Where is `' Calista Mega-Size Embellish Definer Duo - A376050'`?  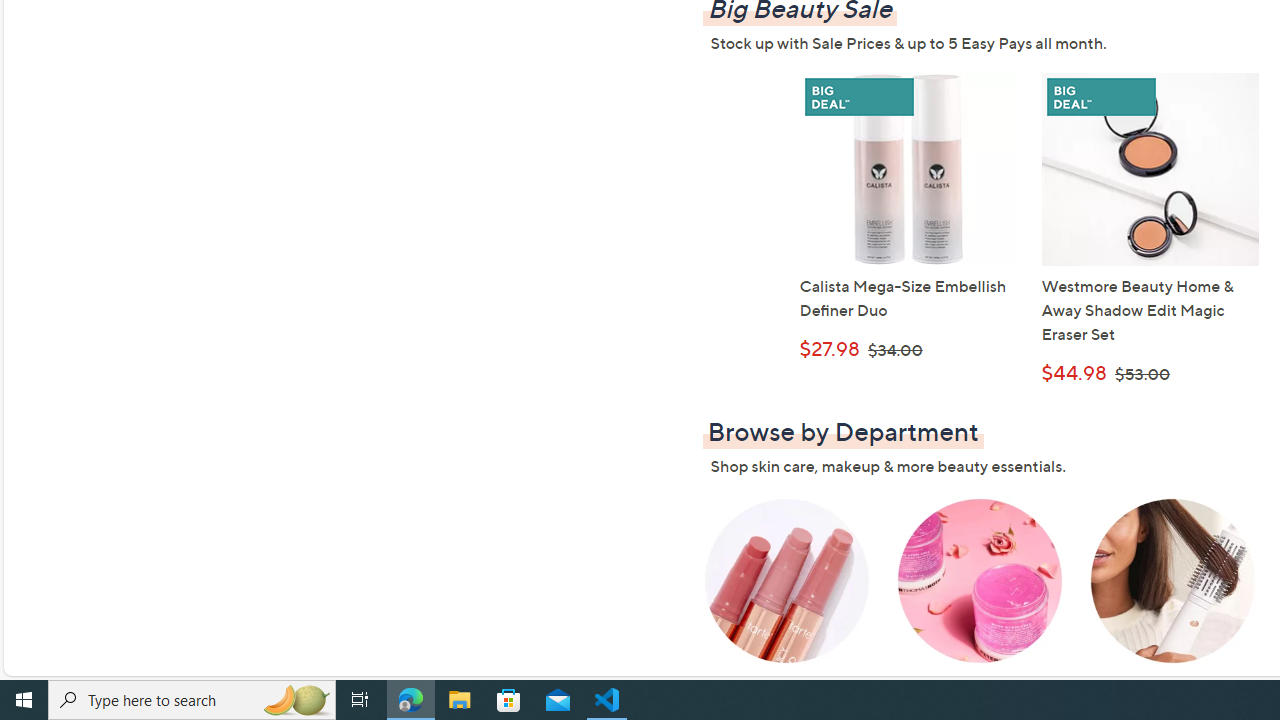
' Calista Mega-Size Embellish Definer Duo - A376050' is located at coordinates (907, 168).